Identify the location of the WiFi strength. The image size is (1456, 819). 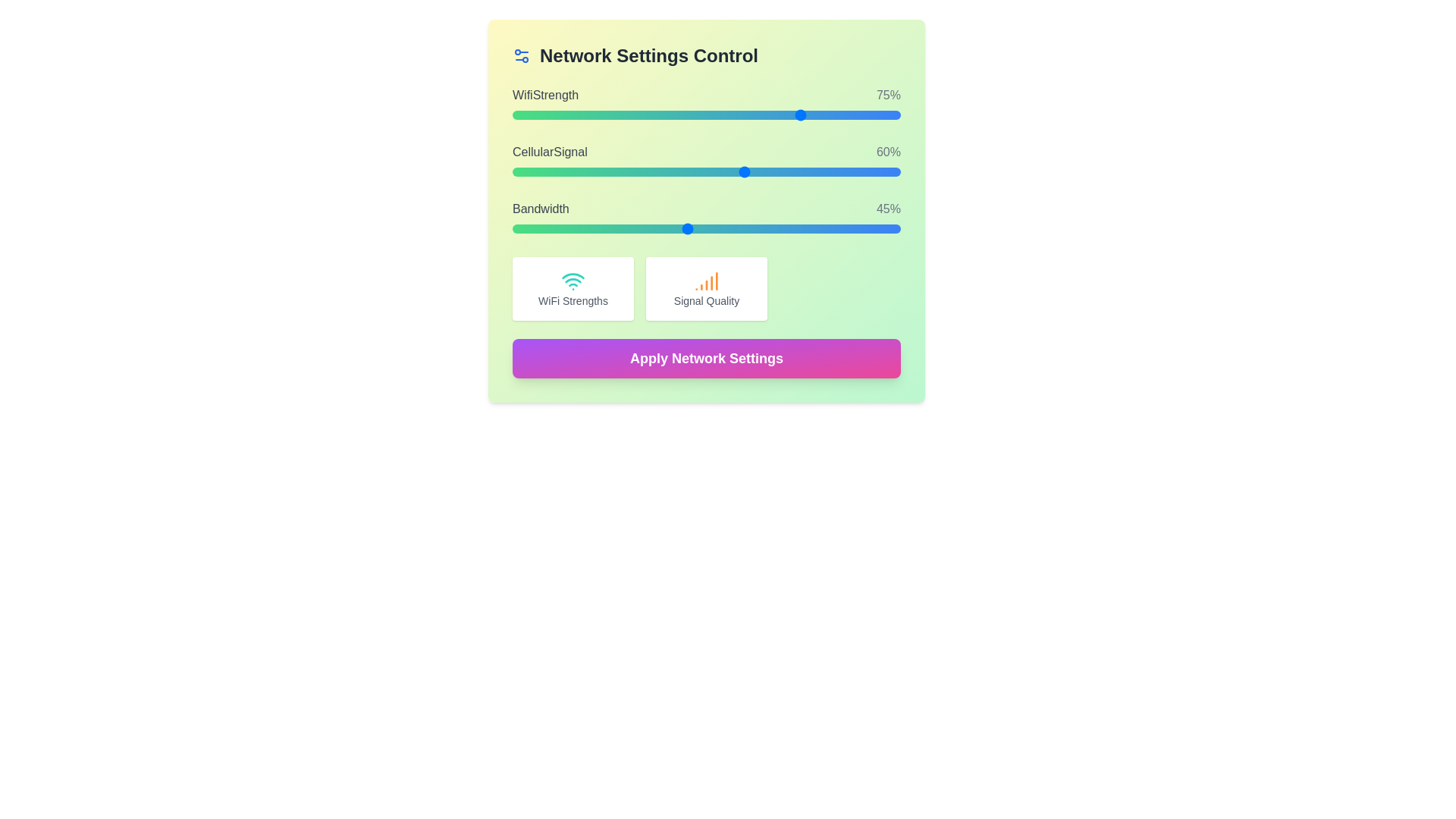
(768, 114).